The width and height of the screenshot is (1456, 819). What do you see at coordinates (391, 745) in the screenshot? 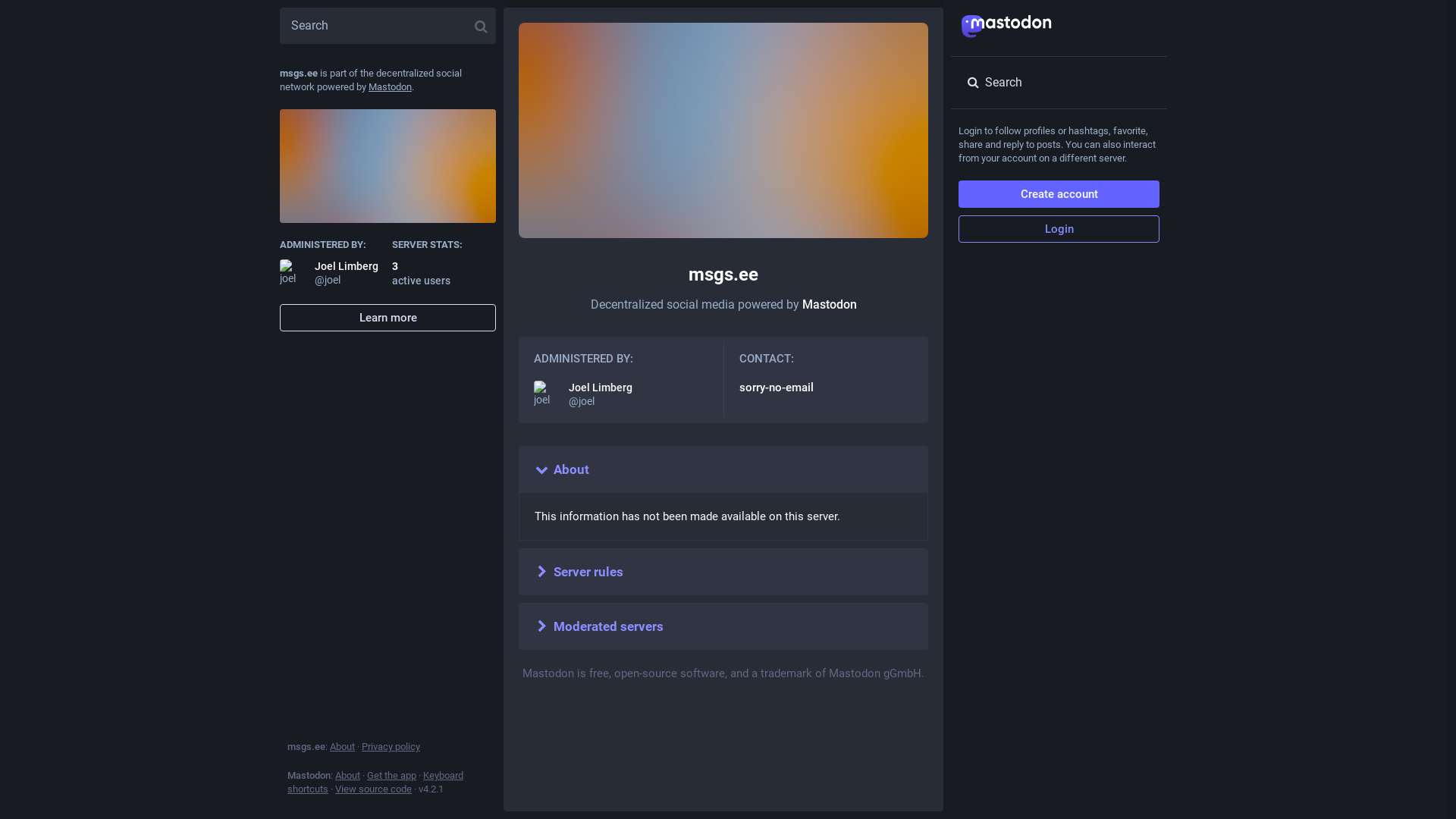
I see `'Privacy policy'` at bounding box center [391, 745].